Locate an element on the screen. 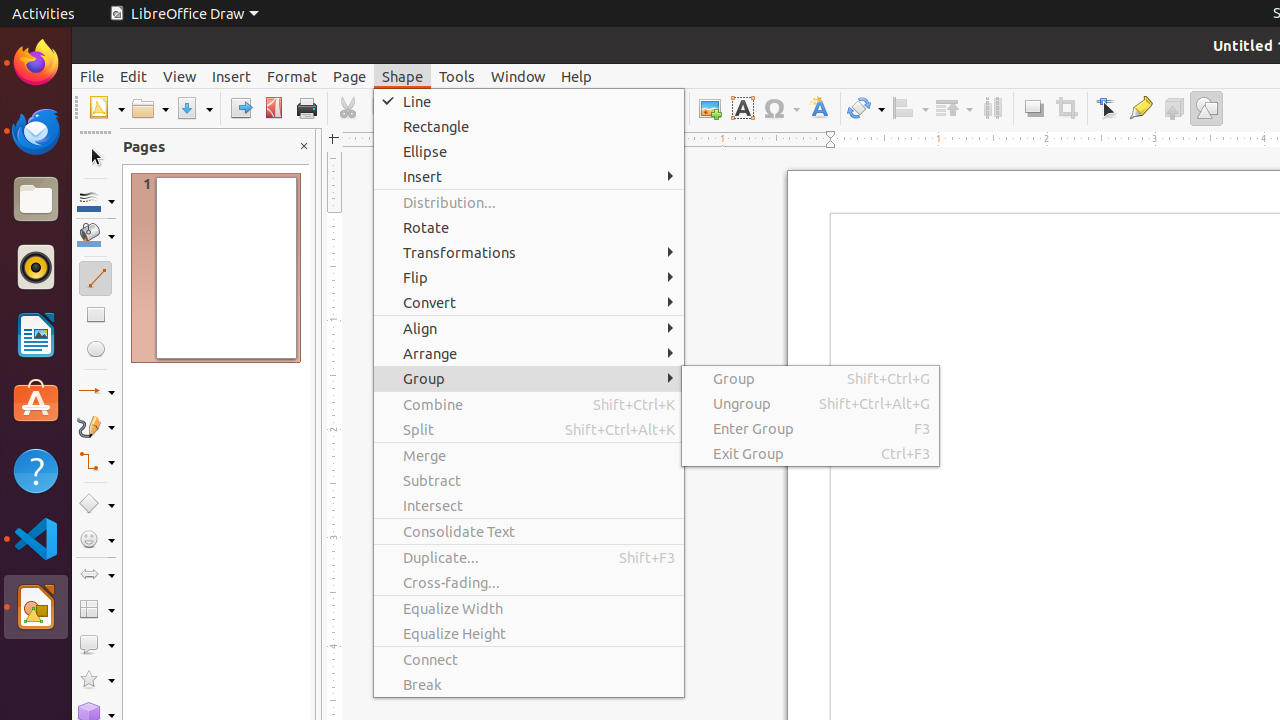 The width and height of the screenshot is (1280, 720). 'Close Pane' is located at coordinates (302, 145).